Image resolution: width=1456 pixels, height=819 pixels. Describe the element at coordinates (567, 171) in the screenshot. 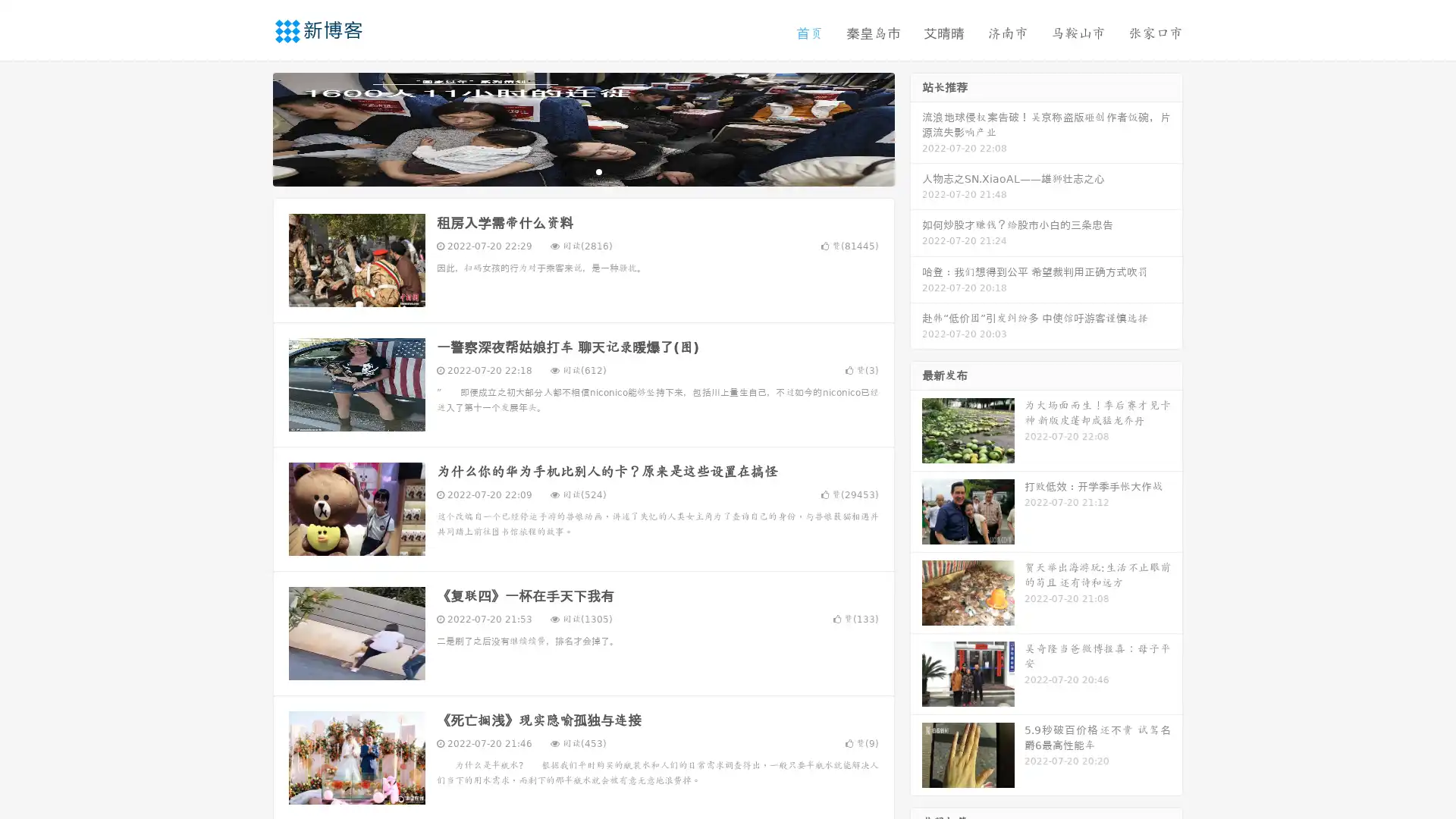

I see `Go to slide 1` at that location.